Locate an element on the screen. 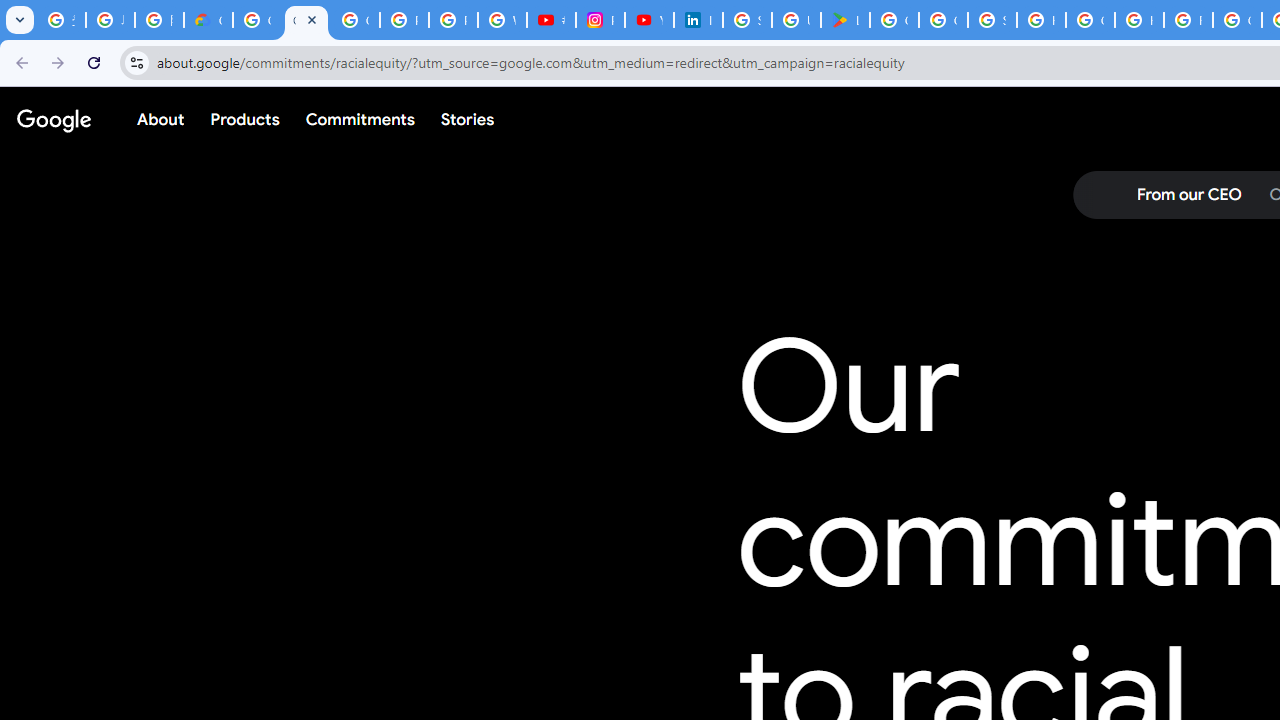 The image size is (1280, 720). 'Sign in - Google Accounts' is located at coordinates (746, 20).